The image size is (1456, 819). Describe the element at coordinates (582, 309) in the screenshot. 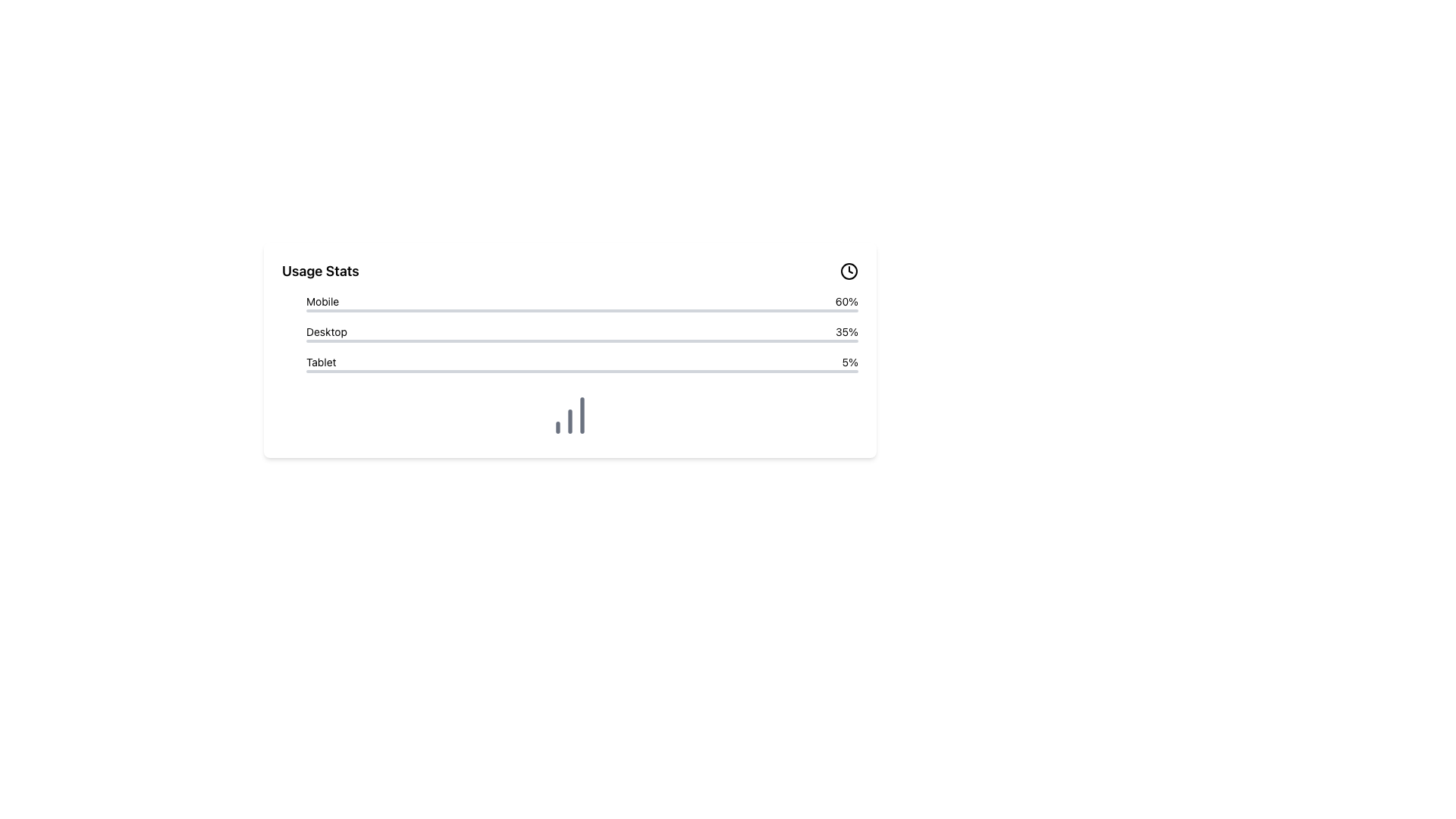

I see `the first progress bar that visually represents 60% completion under the 'Mobile' category` at that location.